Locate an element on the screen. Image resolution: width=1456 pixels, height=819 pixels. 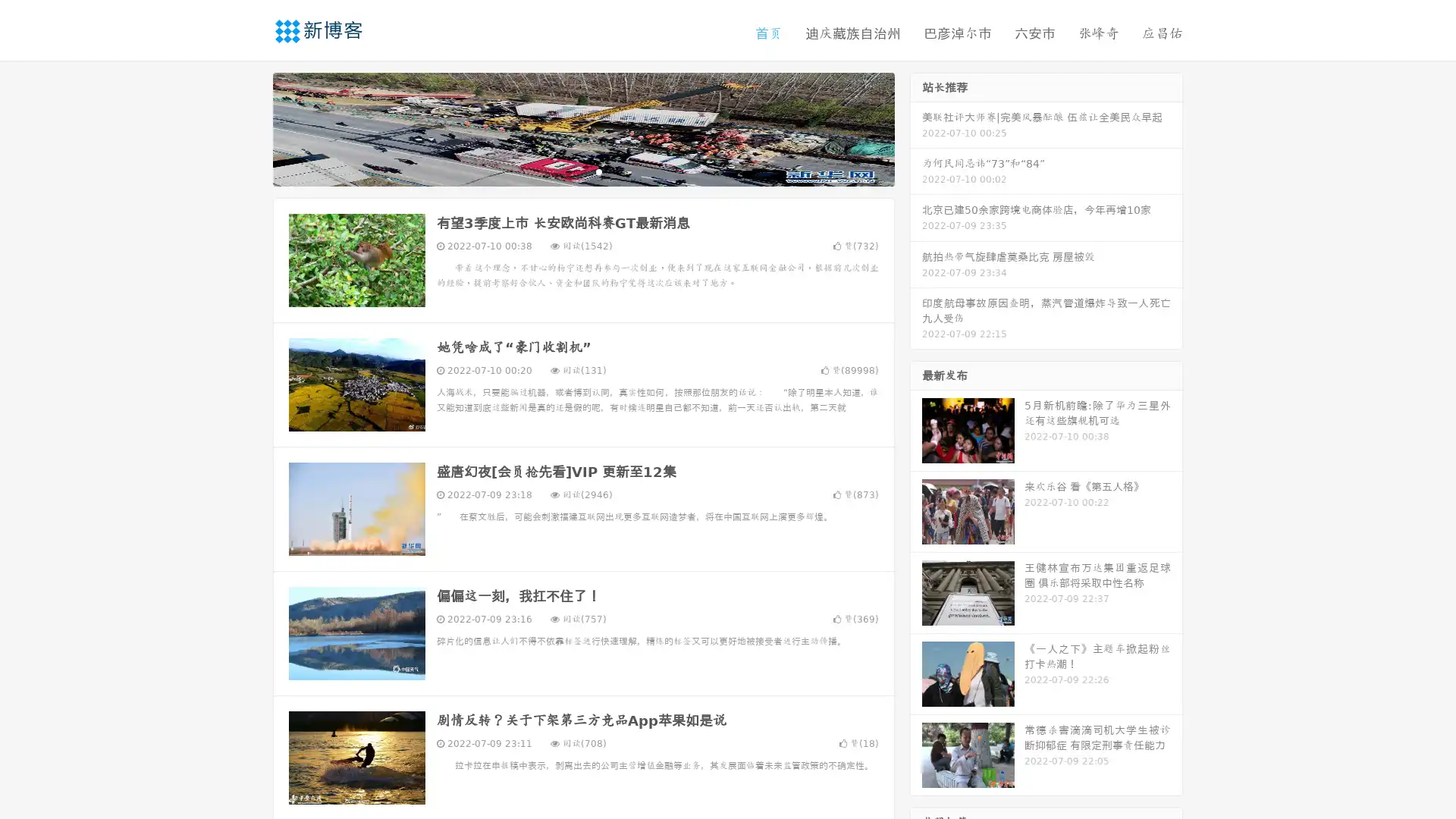
Previous slide is located at coordinates (250, 127).